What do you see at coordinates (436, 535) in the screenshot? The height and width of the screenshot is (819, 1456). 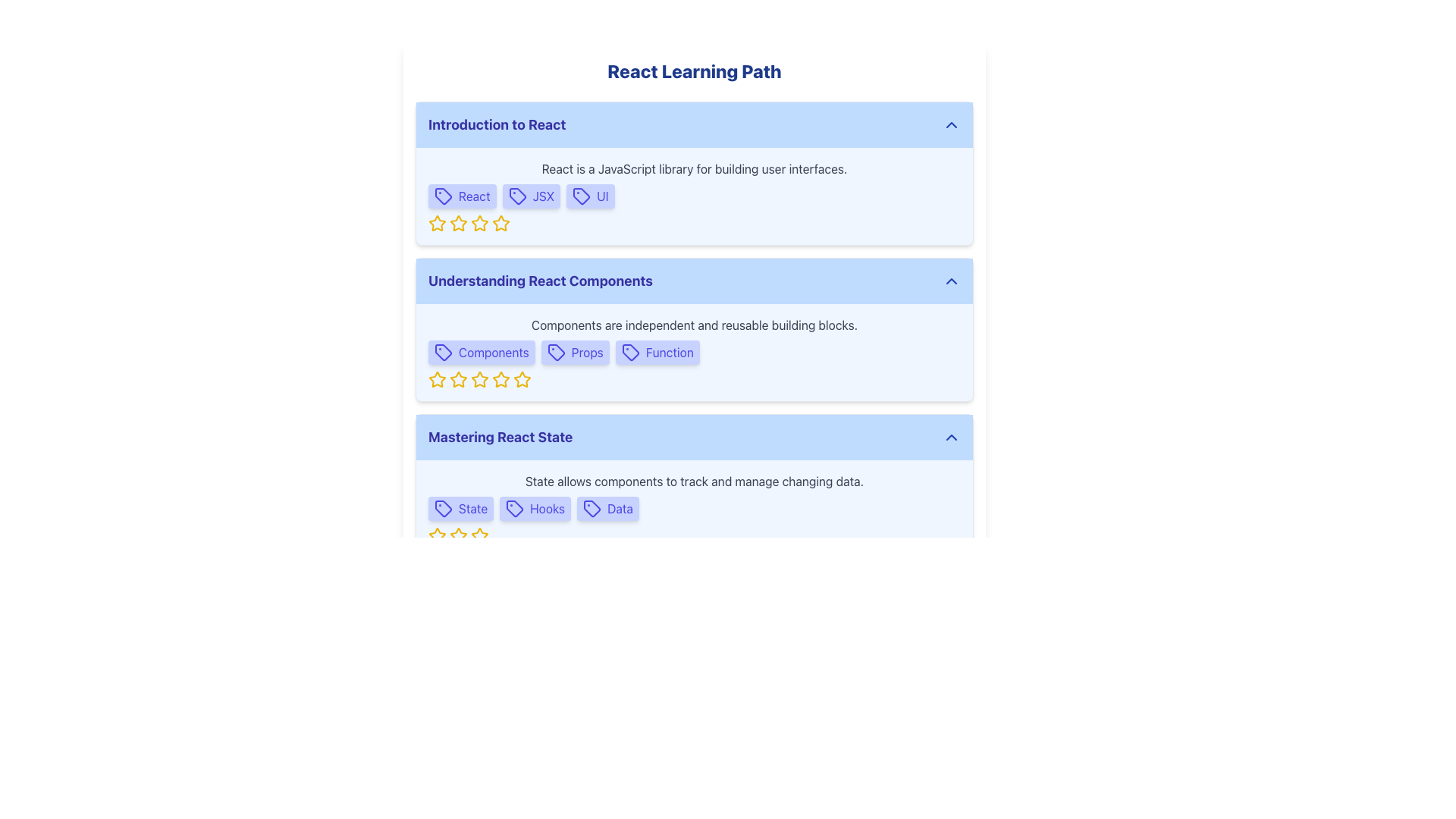 I see `the first star icon in the rating system located in the 'Mastering React State' section to indicate a rating level` at bounding box center [436, 535].